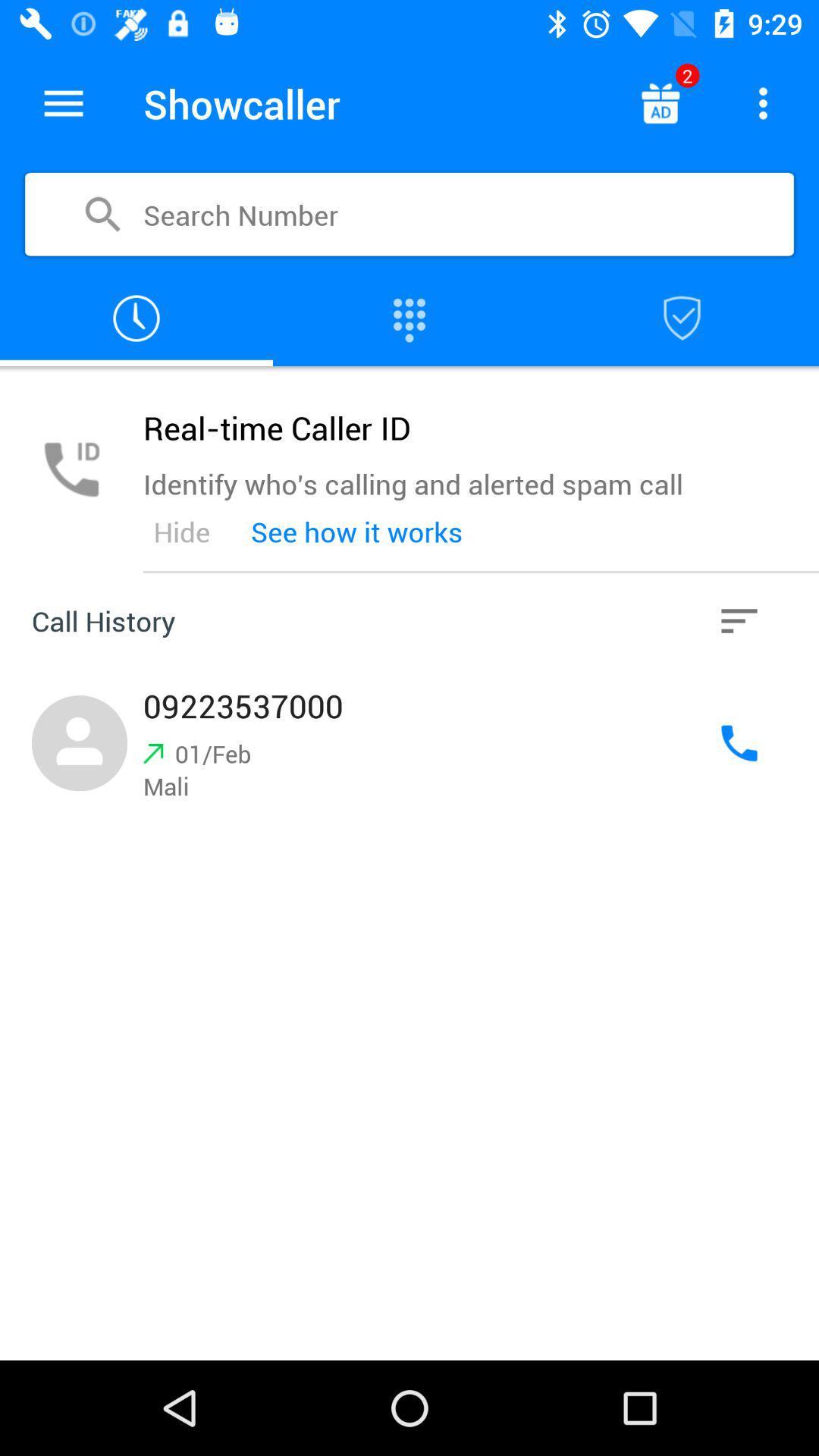 The width and height of the screenshot is (819, 1456). What do you see at coordinates (739, 621) in the screenshot?
I see `the item next to the see how it` at bounding box center [739, 621].